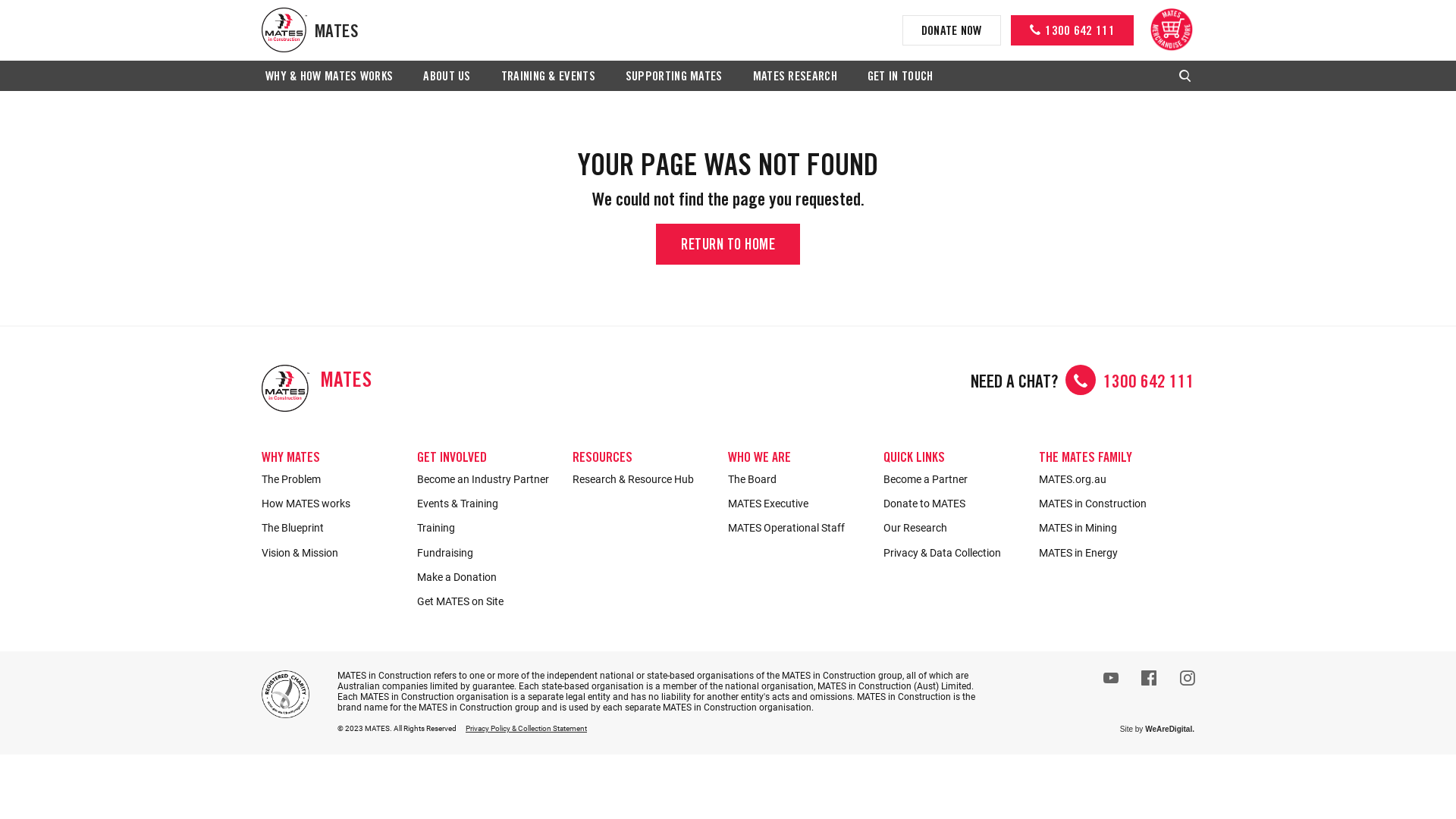 This screenshot has width=1456, height=819. I want to click on 'MATES in Mining', so click(1109, 526).